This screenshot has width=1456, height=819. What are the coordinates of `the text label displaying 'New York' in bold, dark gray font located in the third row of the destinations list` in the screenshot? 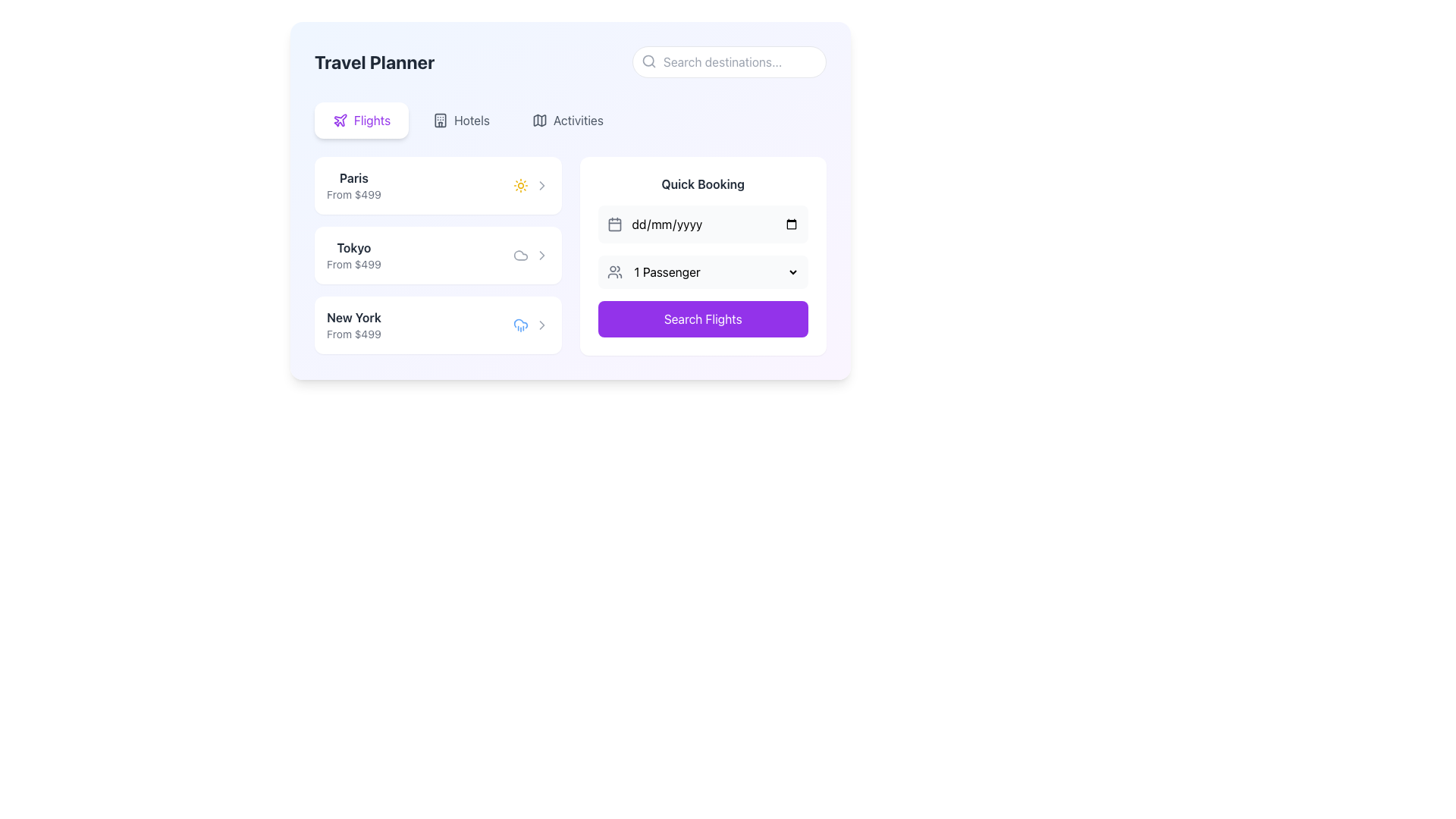 It's located at (353, 317).